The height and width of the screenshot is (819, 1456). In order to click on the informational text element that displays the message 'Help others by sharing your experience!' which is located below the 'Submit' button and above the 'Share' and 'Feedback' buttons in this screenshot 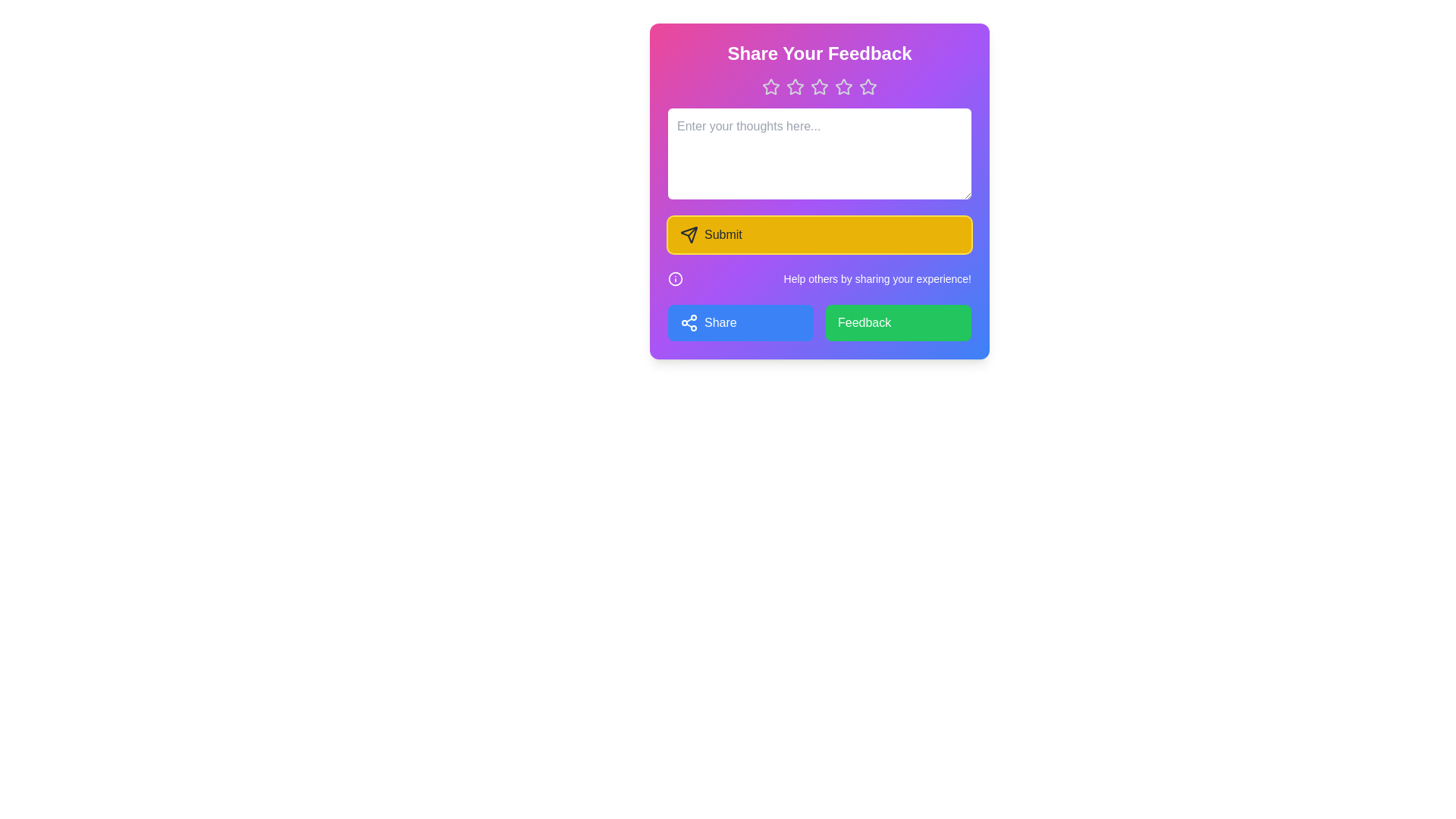, I will do `click(818, 278)`.